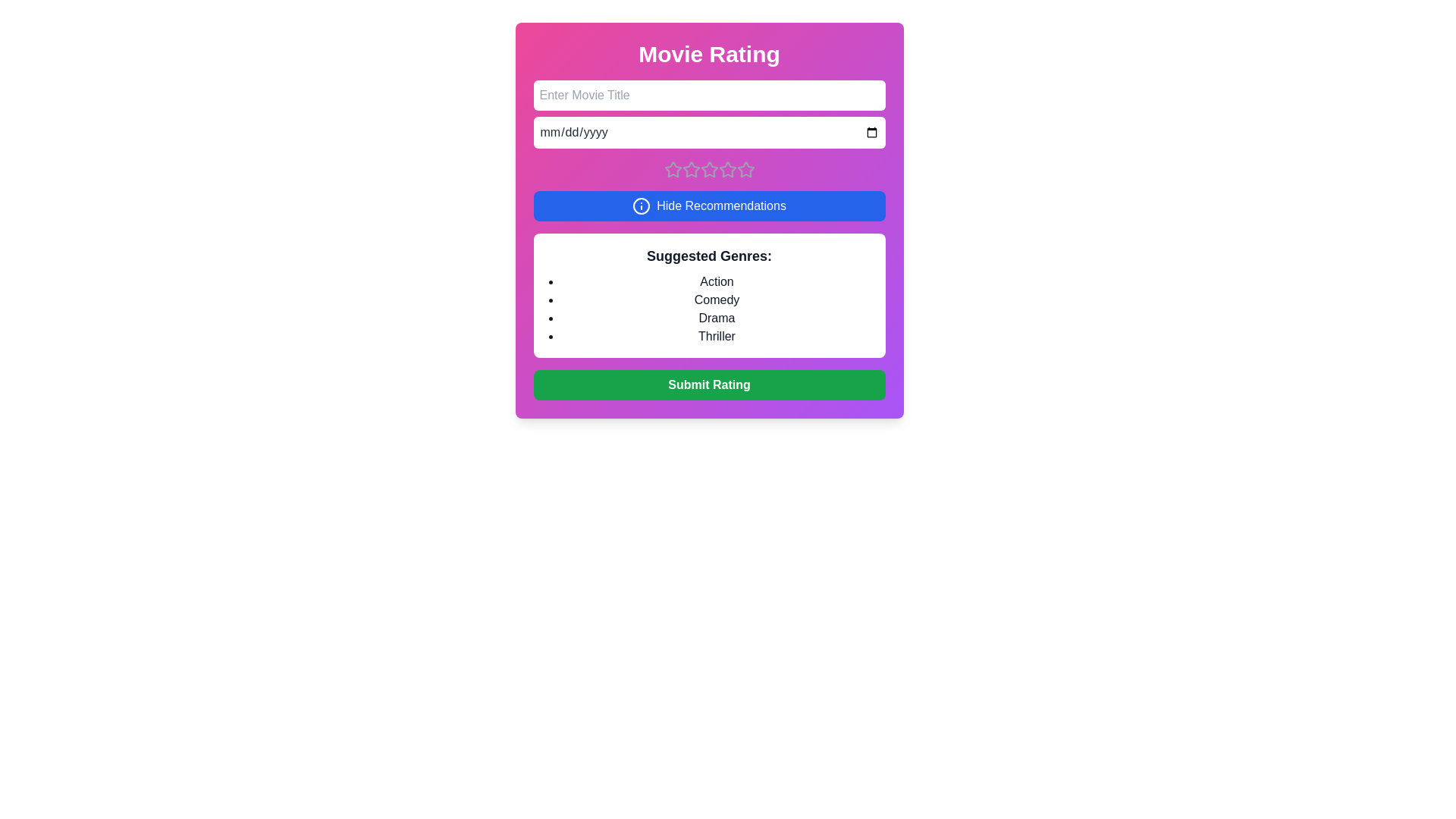  What do you see at coordinates (708, 384) in the screenshot?
I see `the 'Submit Rating' button to finalize the rating` at bounding box center [708, 384].